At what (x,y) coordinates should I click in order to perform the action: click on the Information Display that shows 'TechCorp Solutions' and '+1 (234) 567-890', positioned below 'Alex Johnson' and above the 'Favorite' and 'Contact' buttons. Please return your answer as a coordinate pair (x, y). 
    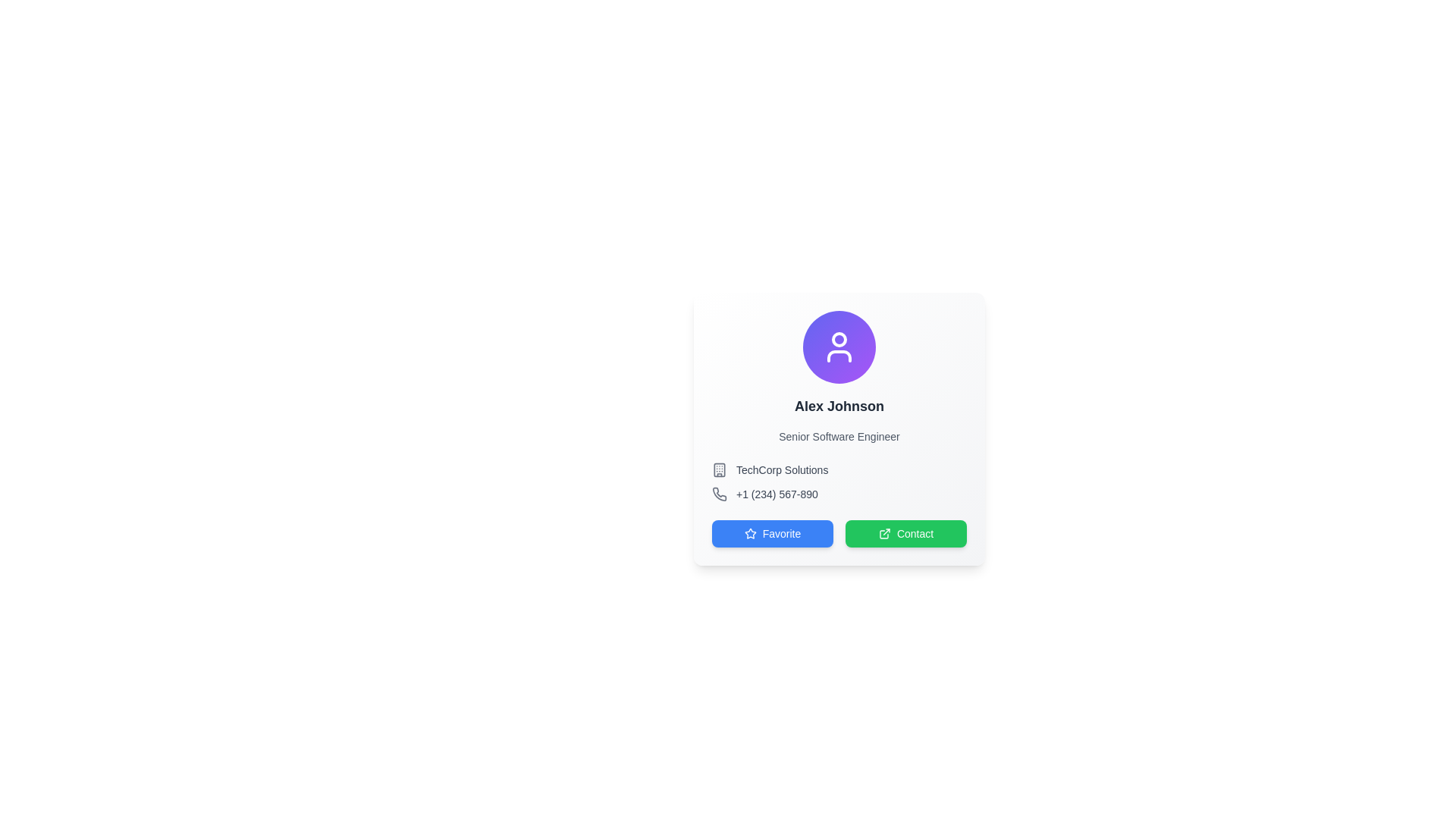
    Looking at the image, I should click on (839, 482).